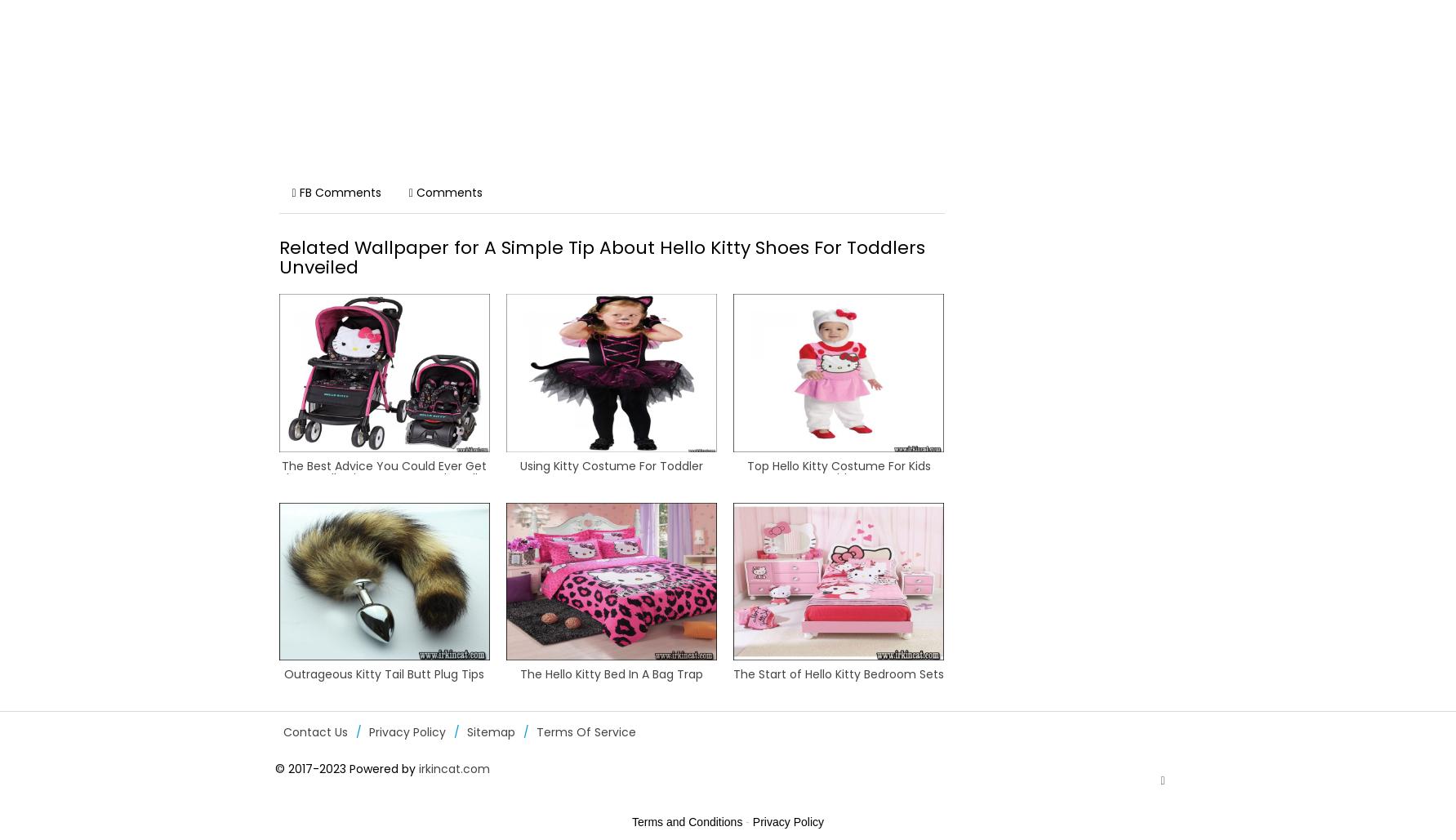 This screenshot has width=1456, height=840. Describe the element at coordinates (345, 769) in the screenshot. I see `'© 2017-2023 Powered by'` at that location.